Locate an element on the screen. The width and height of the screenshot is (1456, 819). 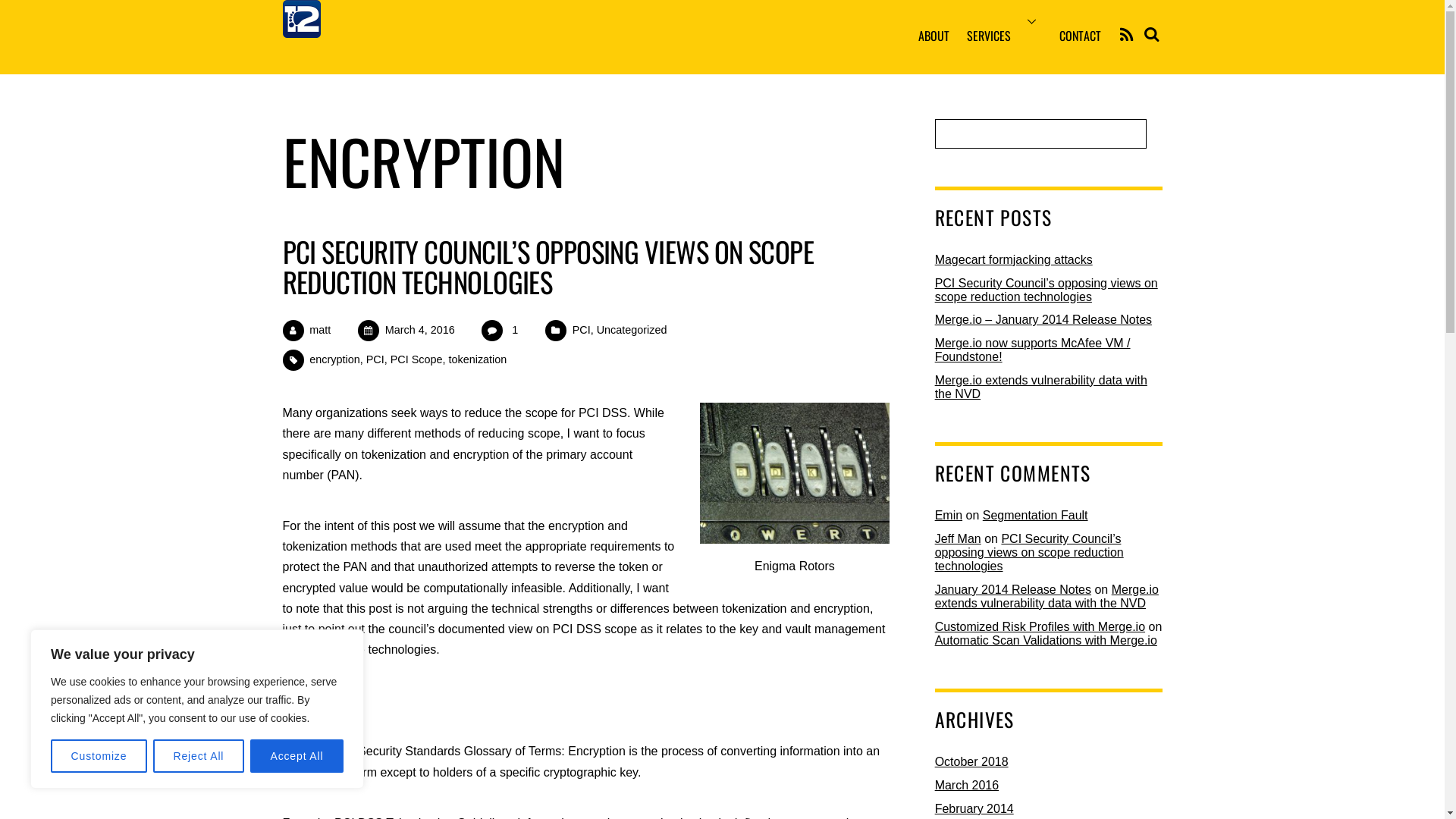
'Uncategorized' is located at coordinates (632, 329).